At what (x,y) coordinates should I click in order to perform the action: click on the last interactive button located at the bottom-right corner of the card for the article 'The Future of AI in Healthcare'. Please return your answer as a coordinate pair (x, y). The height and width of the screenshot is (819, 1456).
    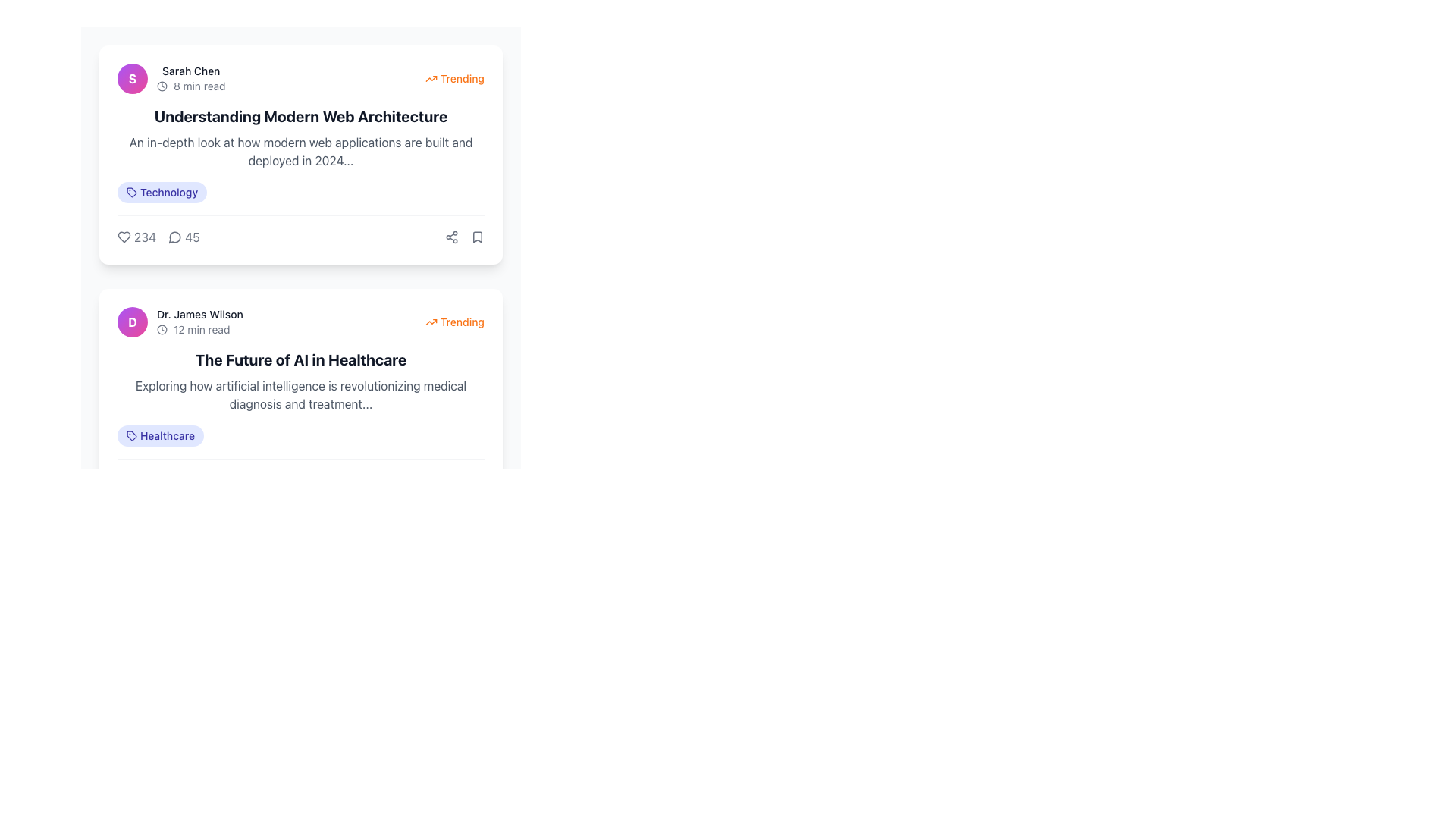
    Looking at the image, I should click on (464, 480).